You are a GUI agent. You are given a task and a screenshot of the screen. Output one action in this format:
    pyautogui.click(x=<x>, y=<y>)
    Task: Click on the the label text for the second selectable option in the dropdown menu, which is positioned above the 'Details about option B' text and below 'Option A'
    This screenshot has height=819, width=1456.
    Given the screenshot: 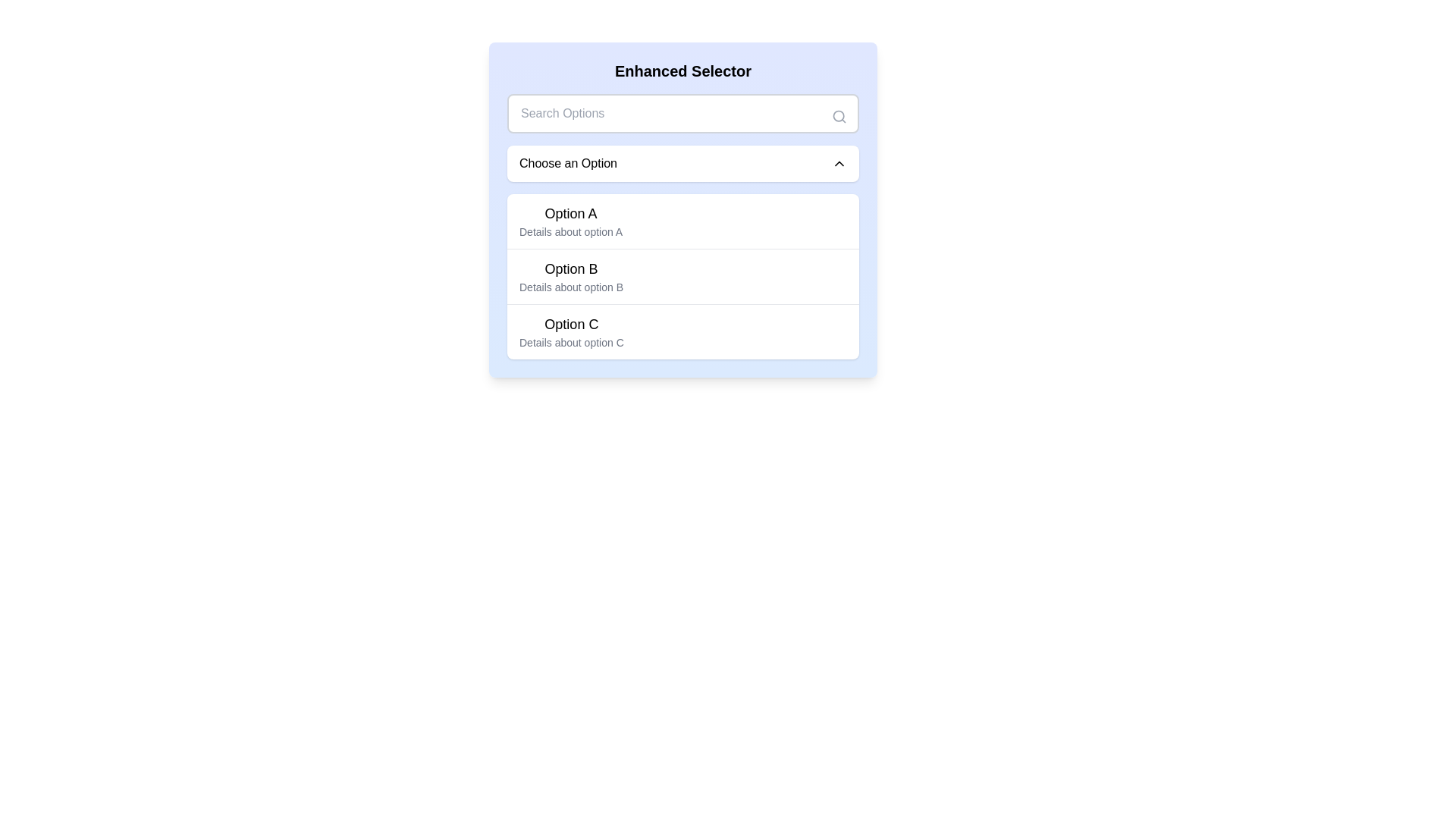 What is the action you would take?
    pyautogui.click(x=570, y=268)
    